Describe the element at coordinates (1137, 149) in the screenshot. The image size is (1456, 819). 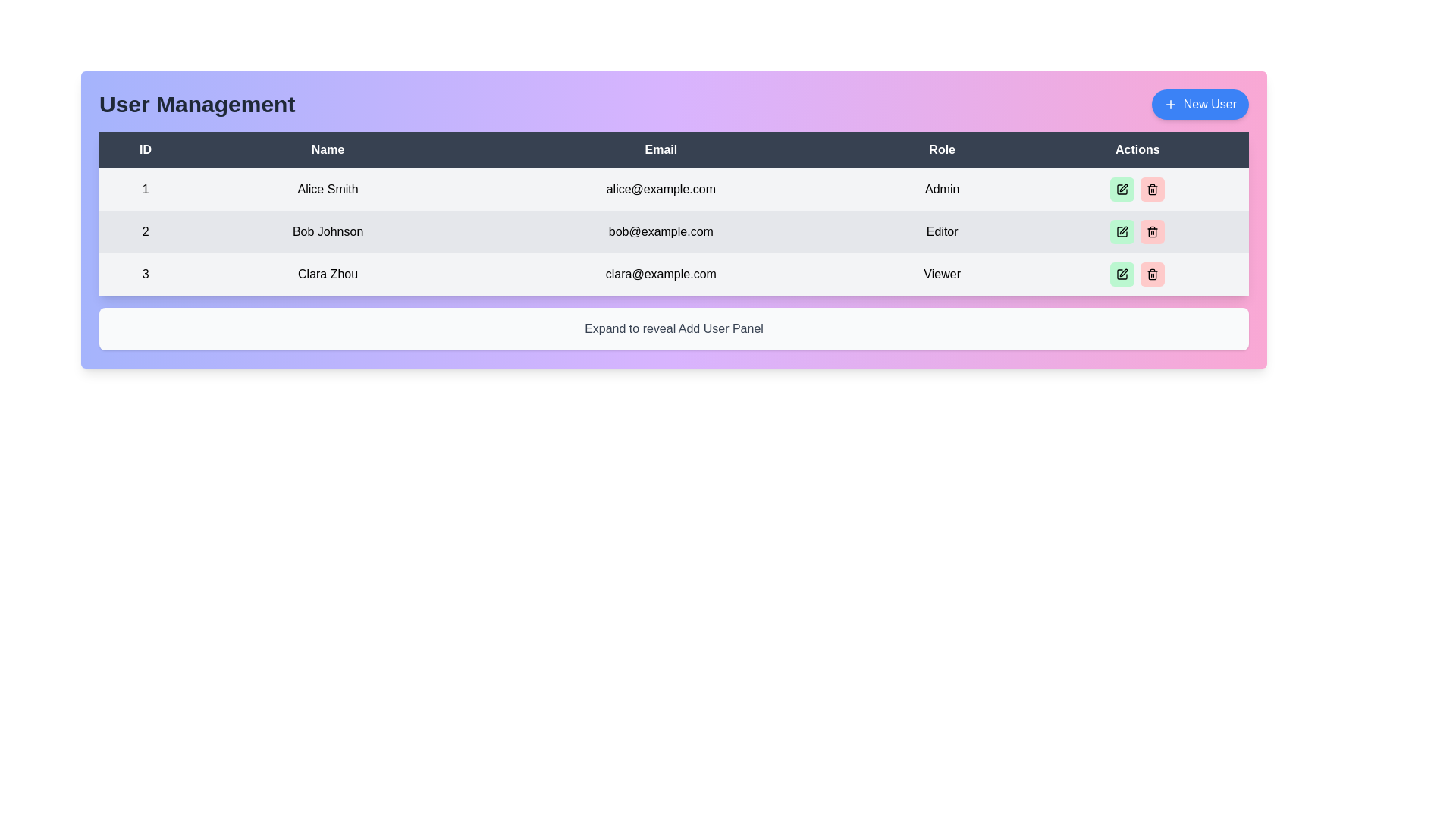
I see `the 'Actions' header in the table, which is the rightmost item following 'Role'` at that location.